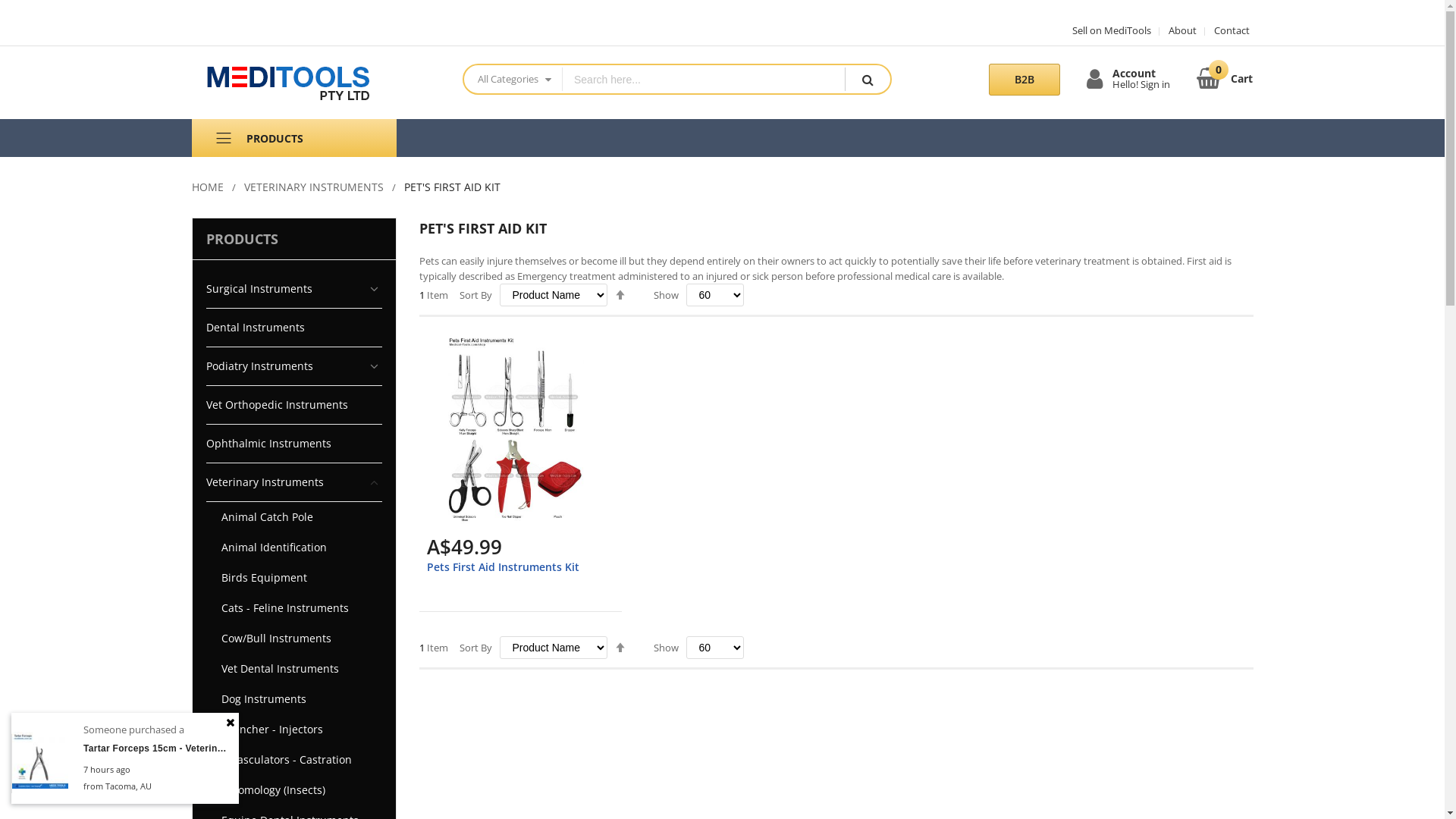 The height and width of the screenshot is (819, 1456). What do you see at coordinates (294, 444) in the screenshot?
I see `'Ophthalmic Instruments'` at bounding box center [294, 444].